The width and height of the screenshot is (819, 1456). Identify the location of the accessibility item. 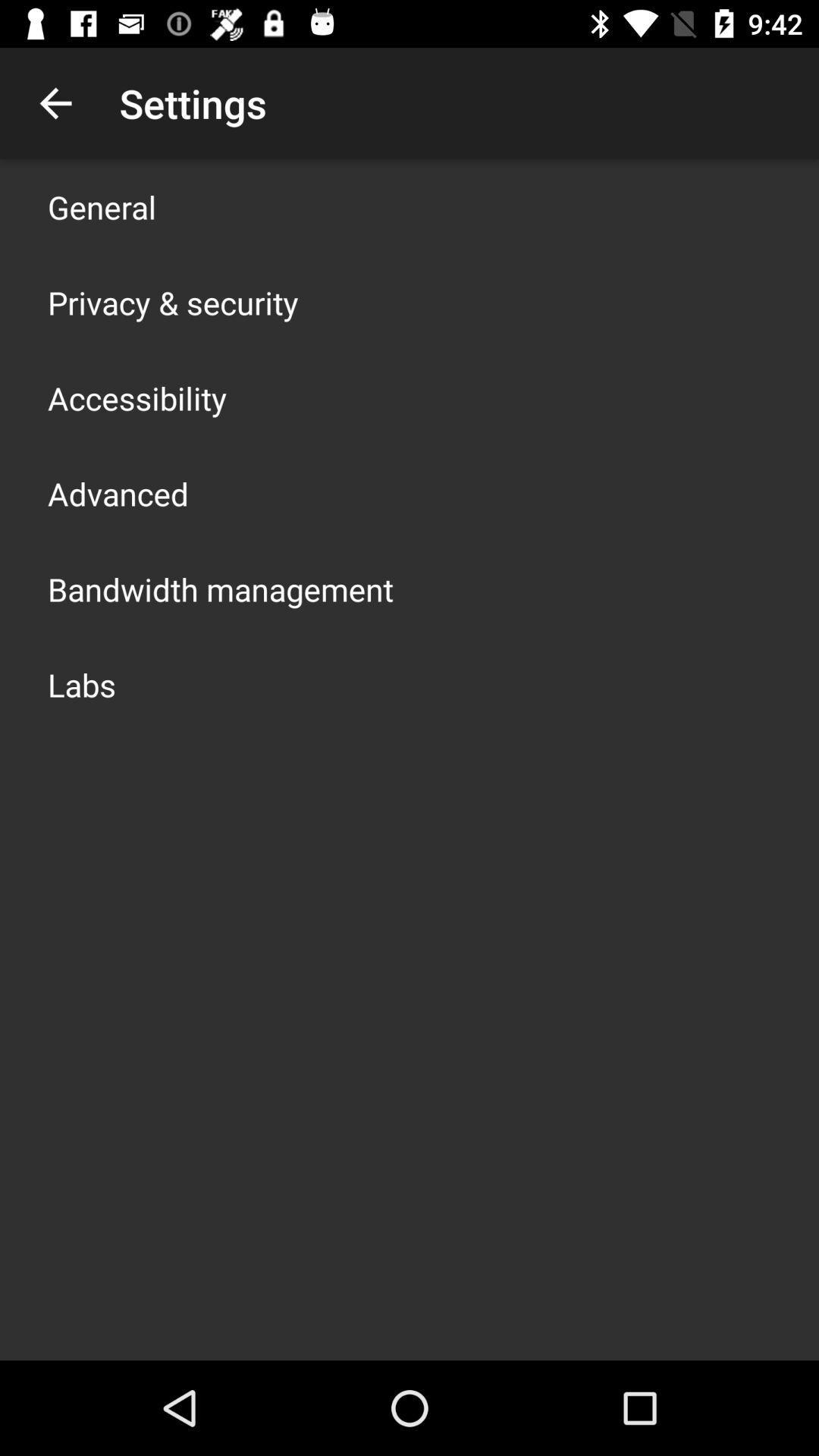
(137, 397).